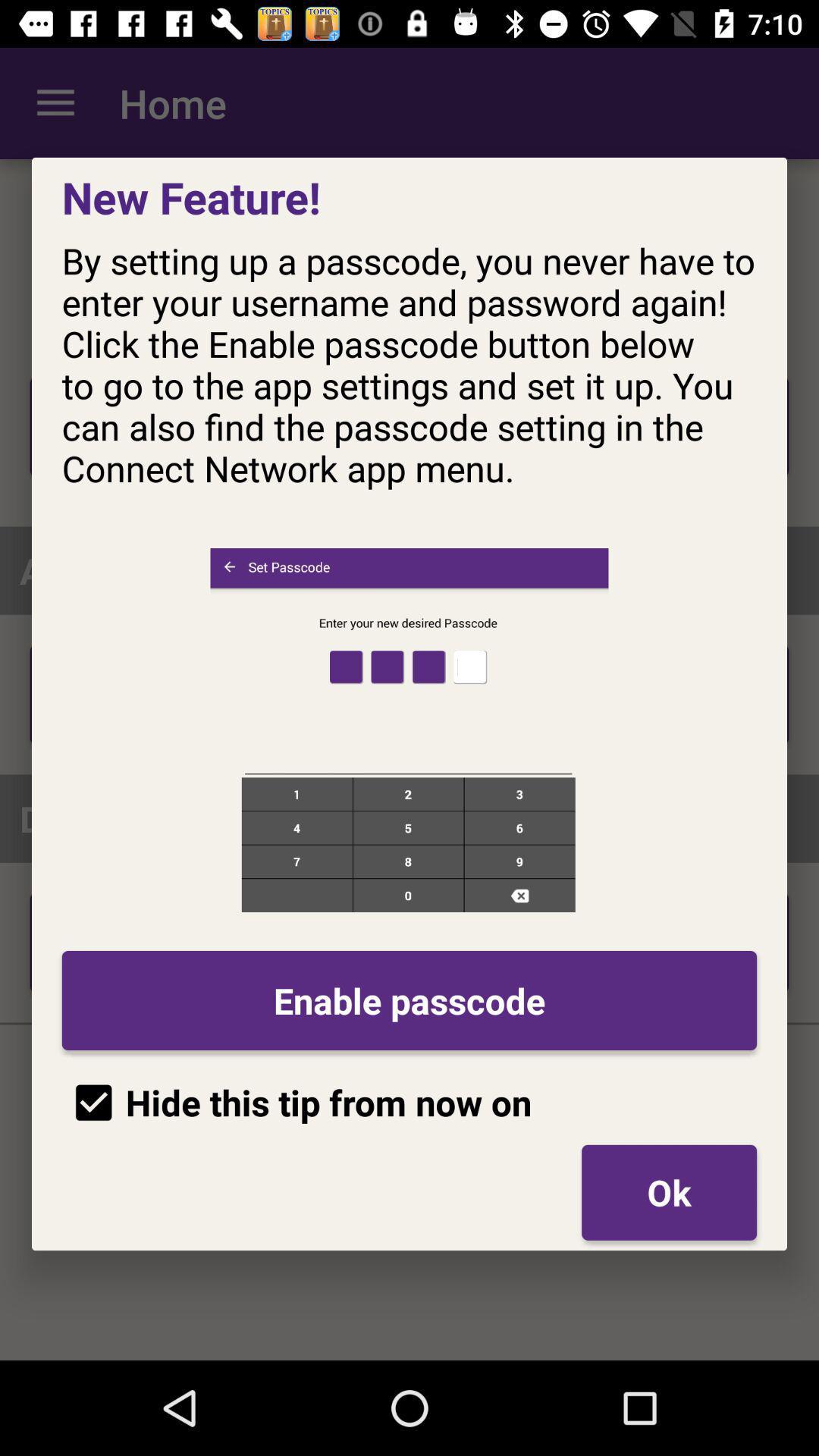  Describe the element at coordinates (297, 1103) in the screenshot. I see `icon below enable passcode` at that location.